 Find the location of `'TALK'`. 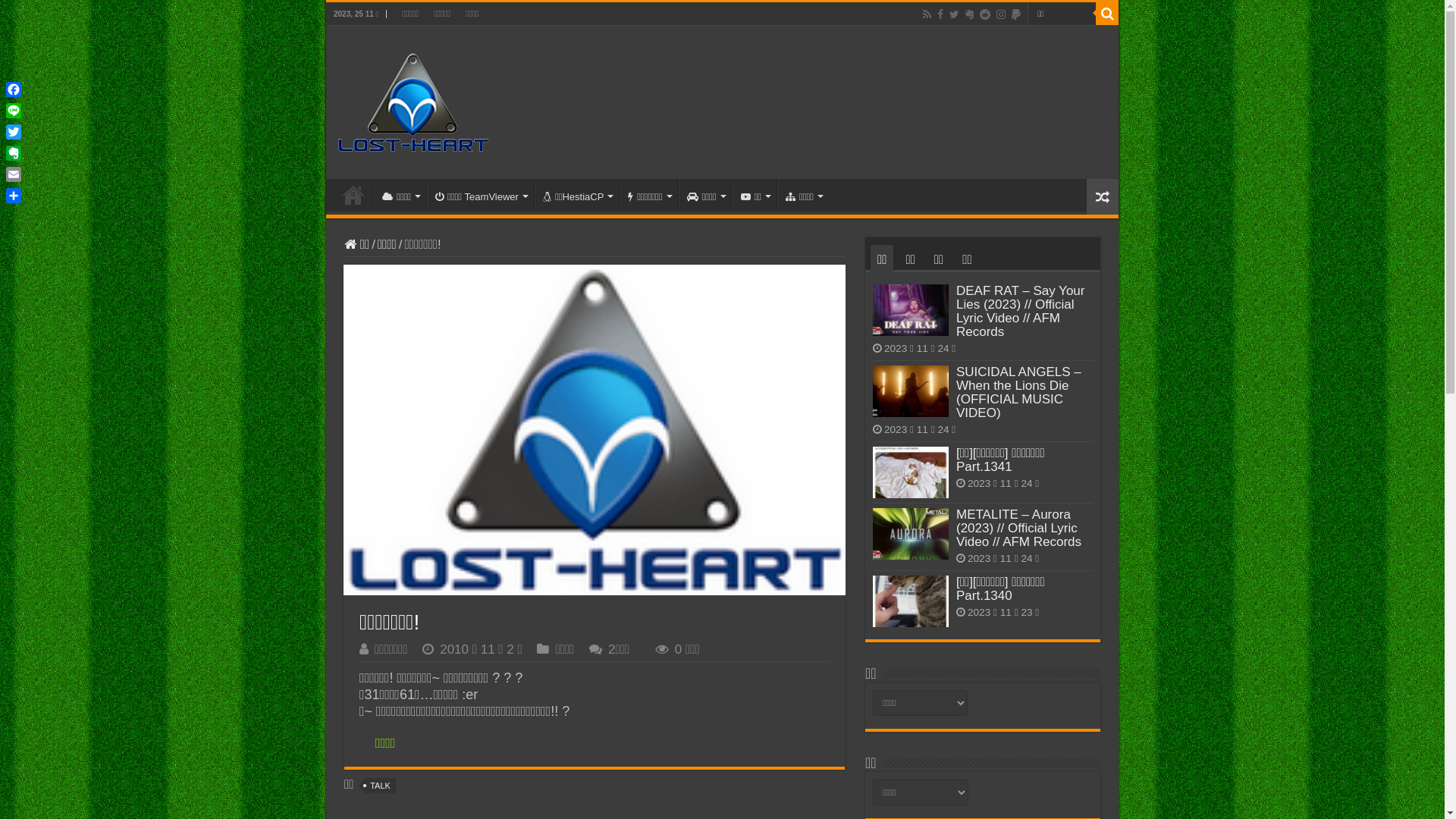

'TALK' is located at coordinates (364, 785).